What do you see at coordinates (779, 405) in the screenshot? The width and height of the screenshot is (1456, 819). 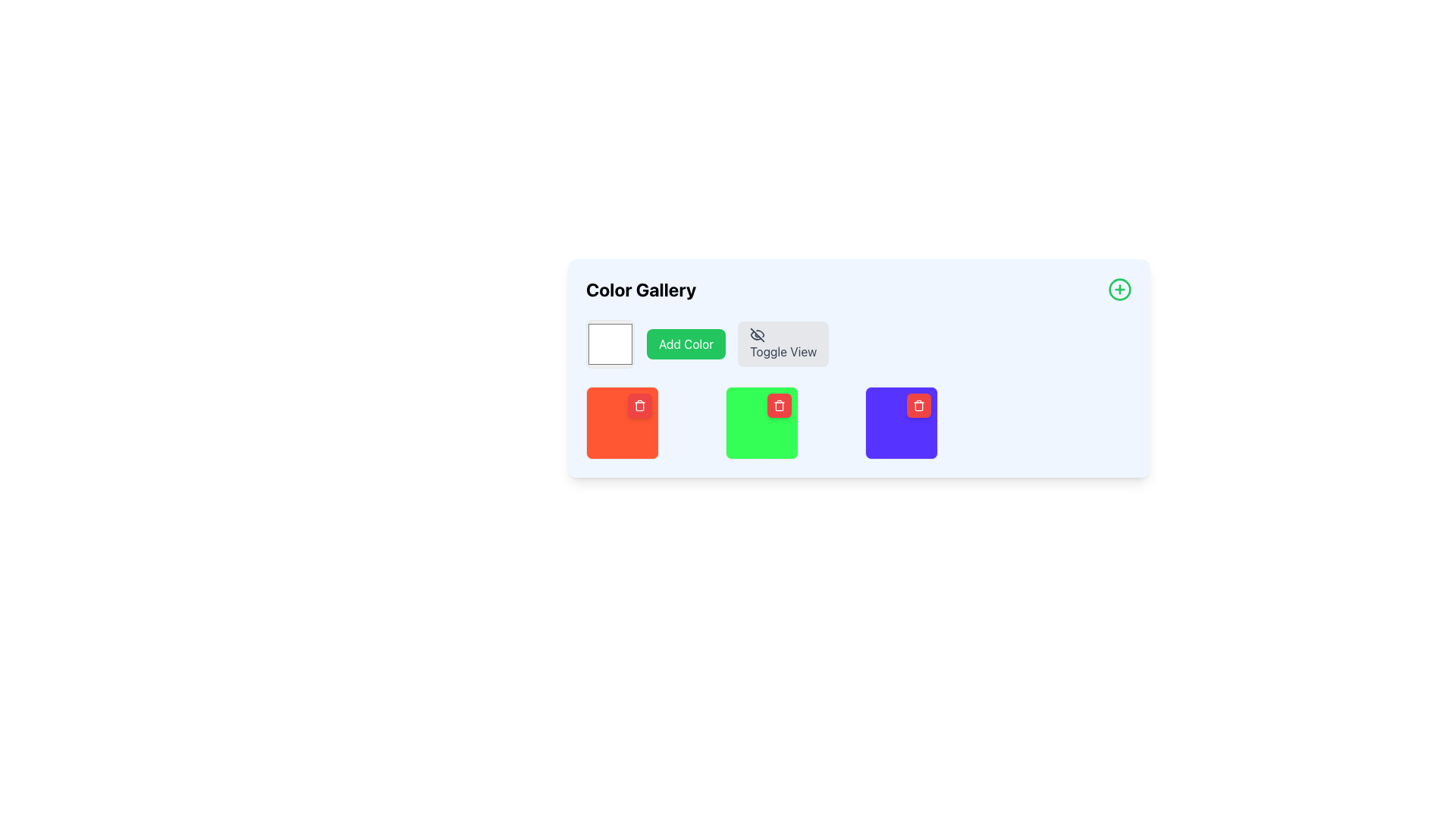 I see `the delete button located at the top-right corner of the green color block in the Color Gallery` at bounding box center [779, 405].